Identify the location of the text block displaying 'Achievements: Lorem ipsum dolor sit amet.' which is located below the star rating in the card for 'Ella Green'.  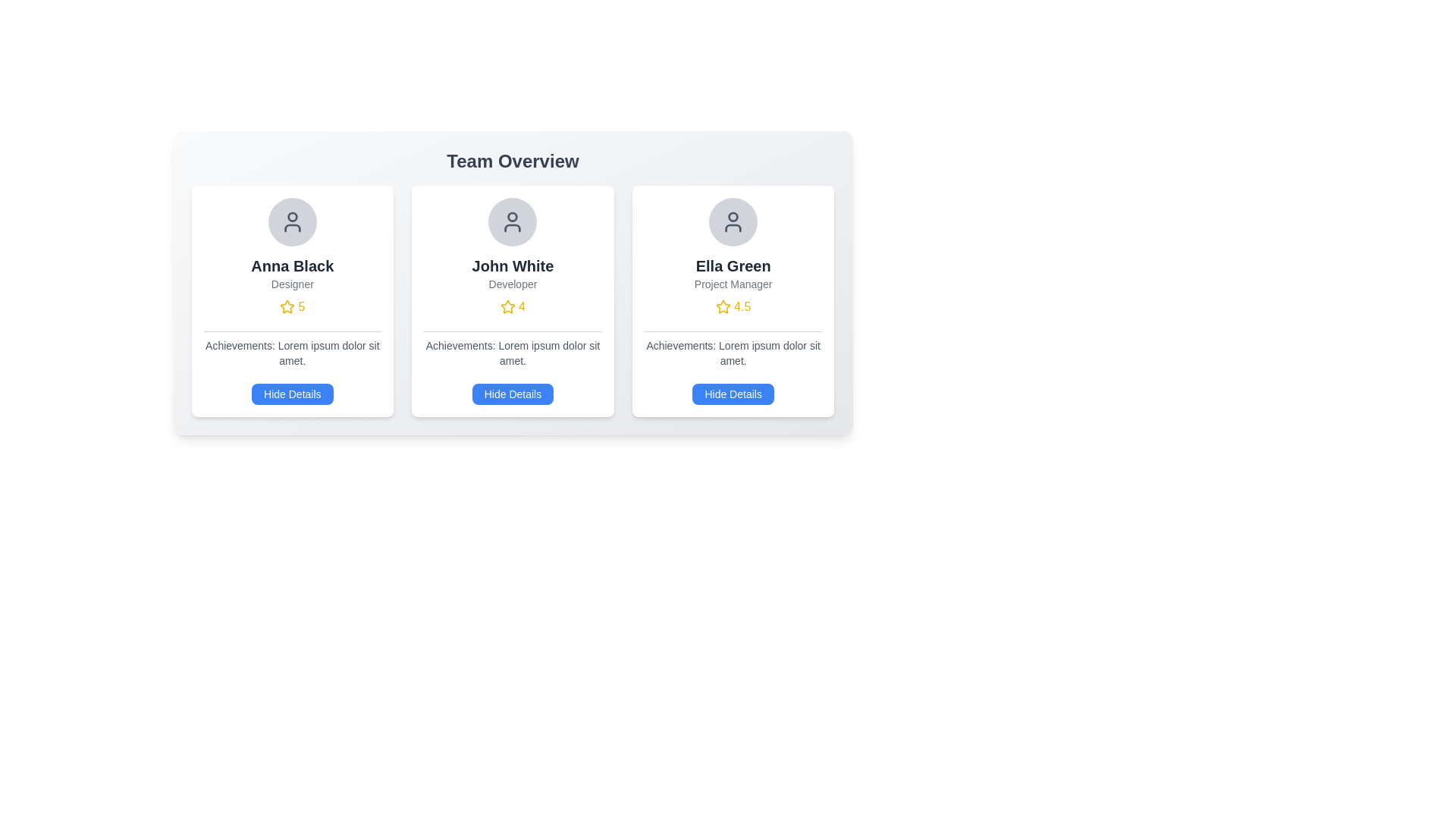
(733, 353).